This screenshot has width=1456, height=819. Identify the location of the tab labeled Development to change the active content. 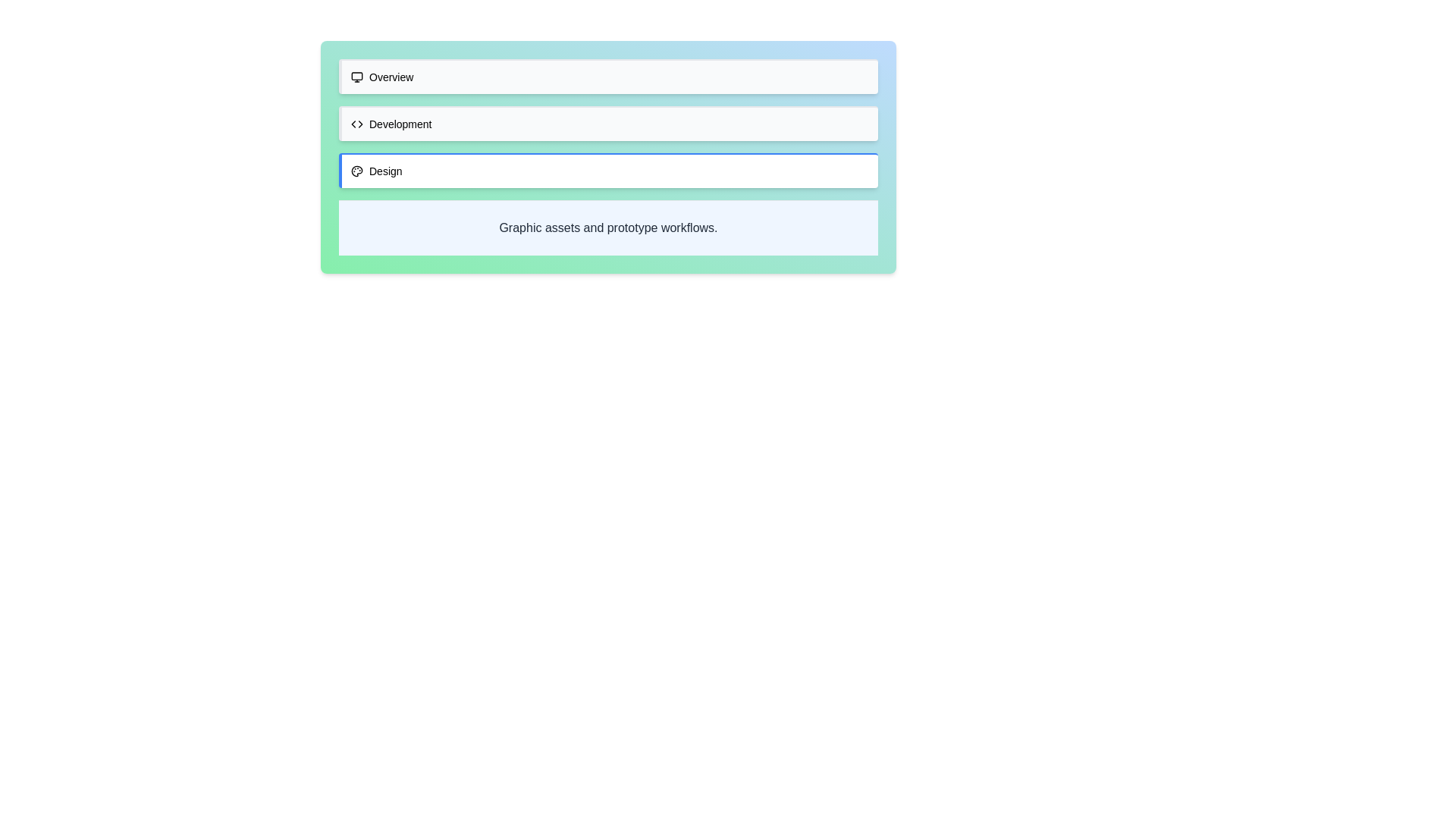
(608, 122).